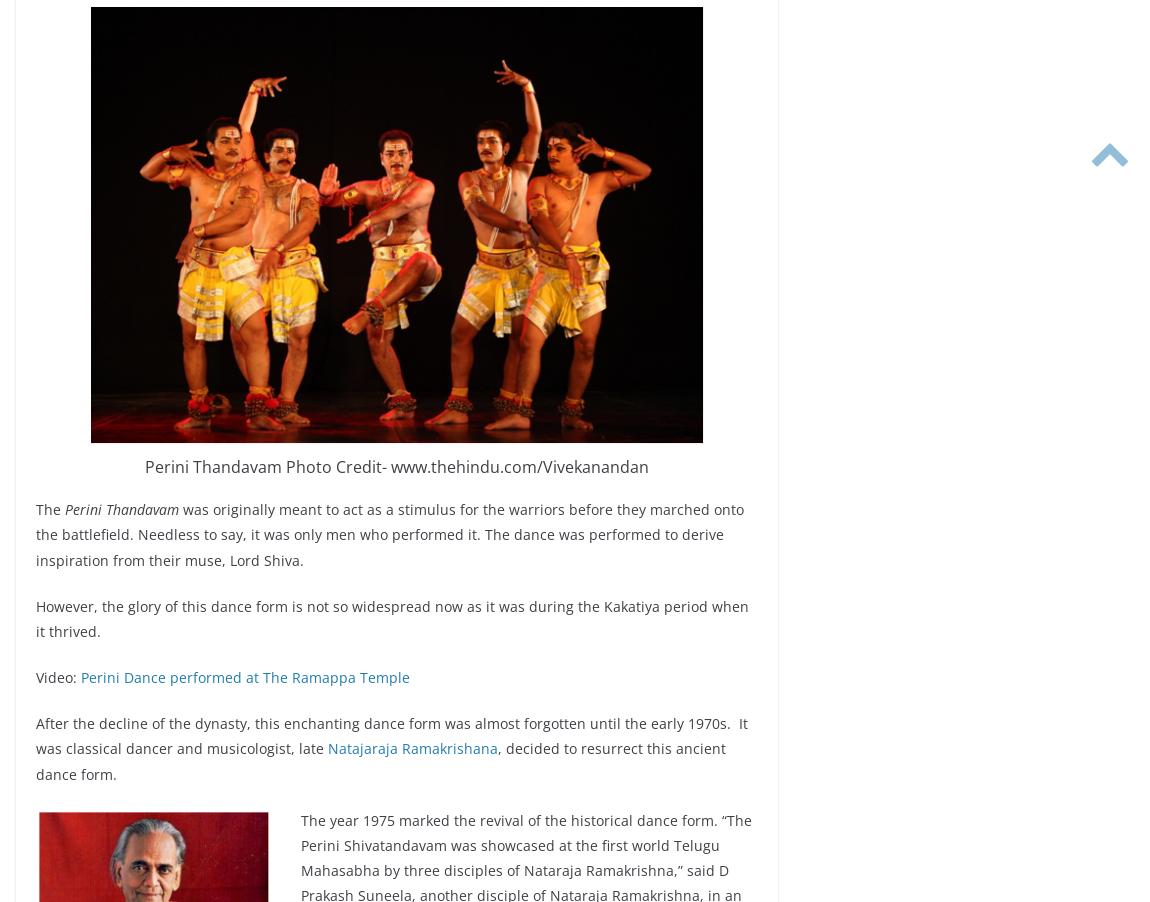  What do you see at coordinates (34, 676) in the screenshot?
I see `'Video:'` at bounding box center [34, 676].